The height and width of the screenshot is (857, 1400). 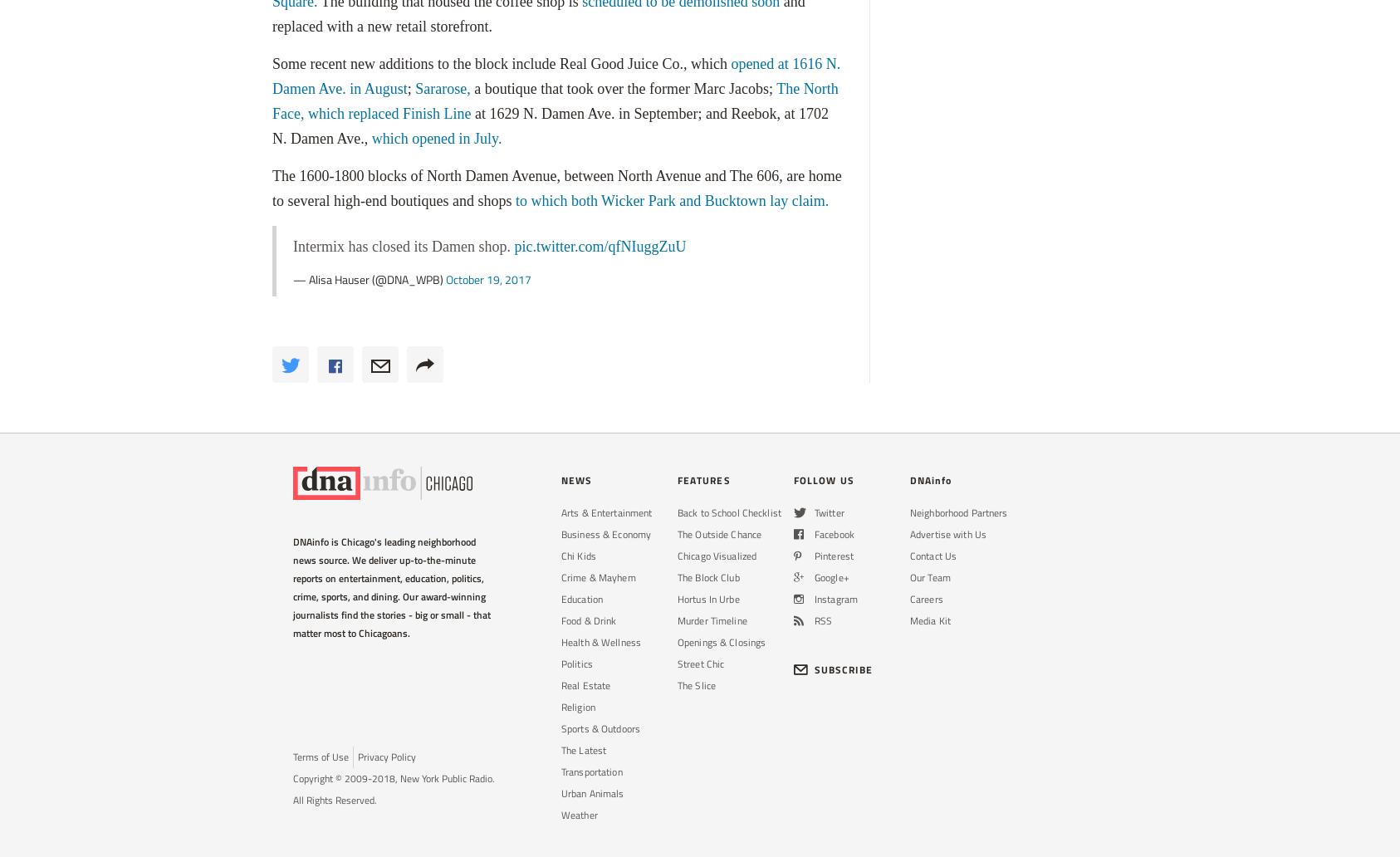 I want to click on 'Media Kit', so click(x=930, y=619).